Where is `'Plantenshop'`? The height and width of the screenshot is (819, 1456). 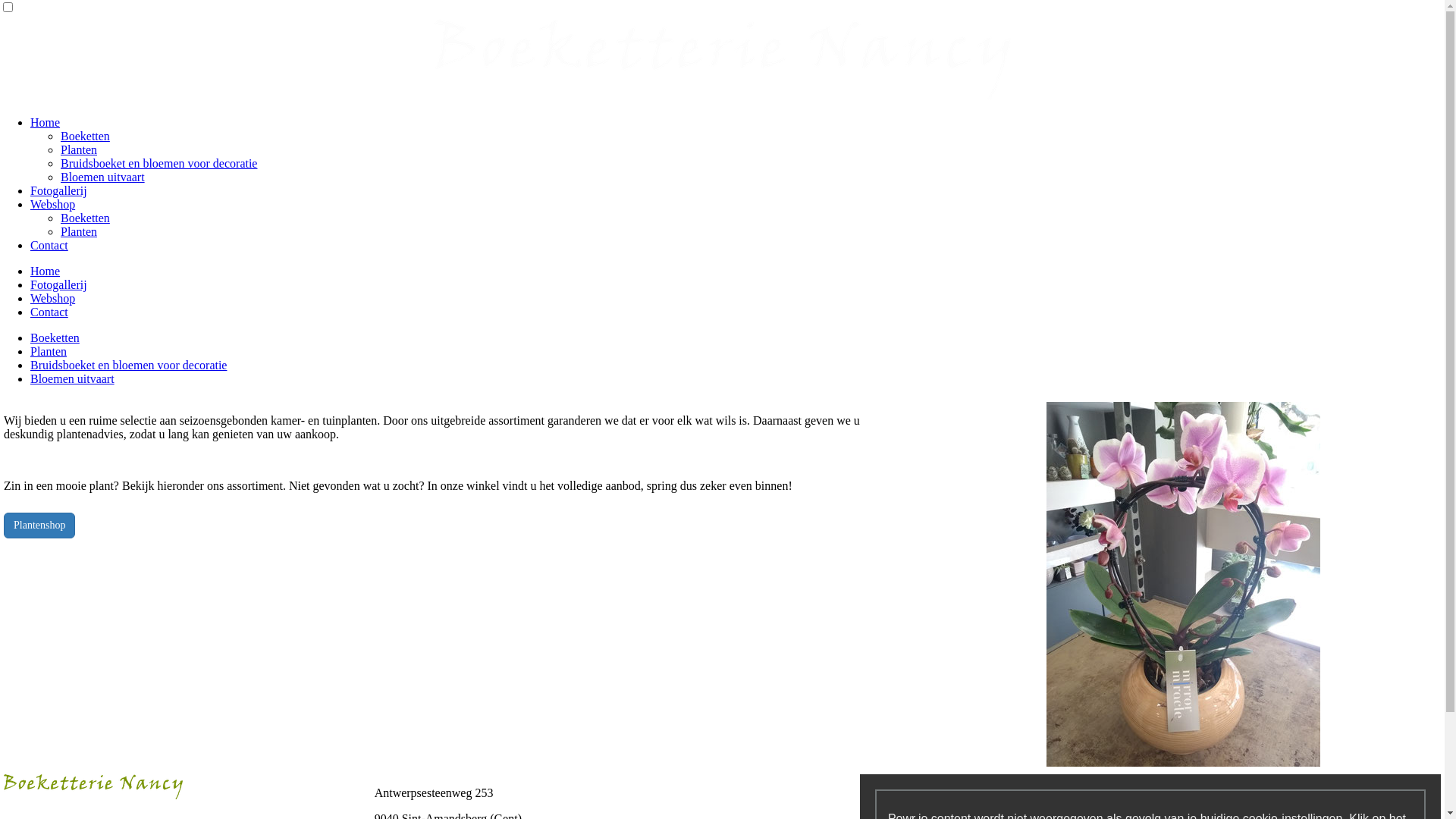
'Plantenshop' is located at coordinates (3, 525).